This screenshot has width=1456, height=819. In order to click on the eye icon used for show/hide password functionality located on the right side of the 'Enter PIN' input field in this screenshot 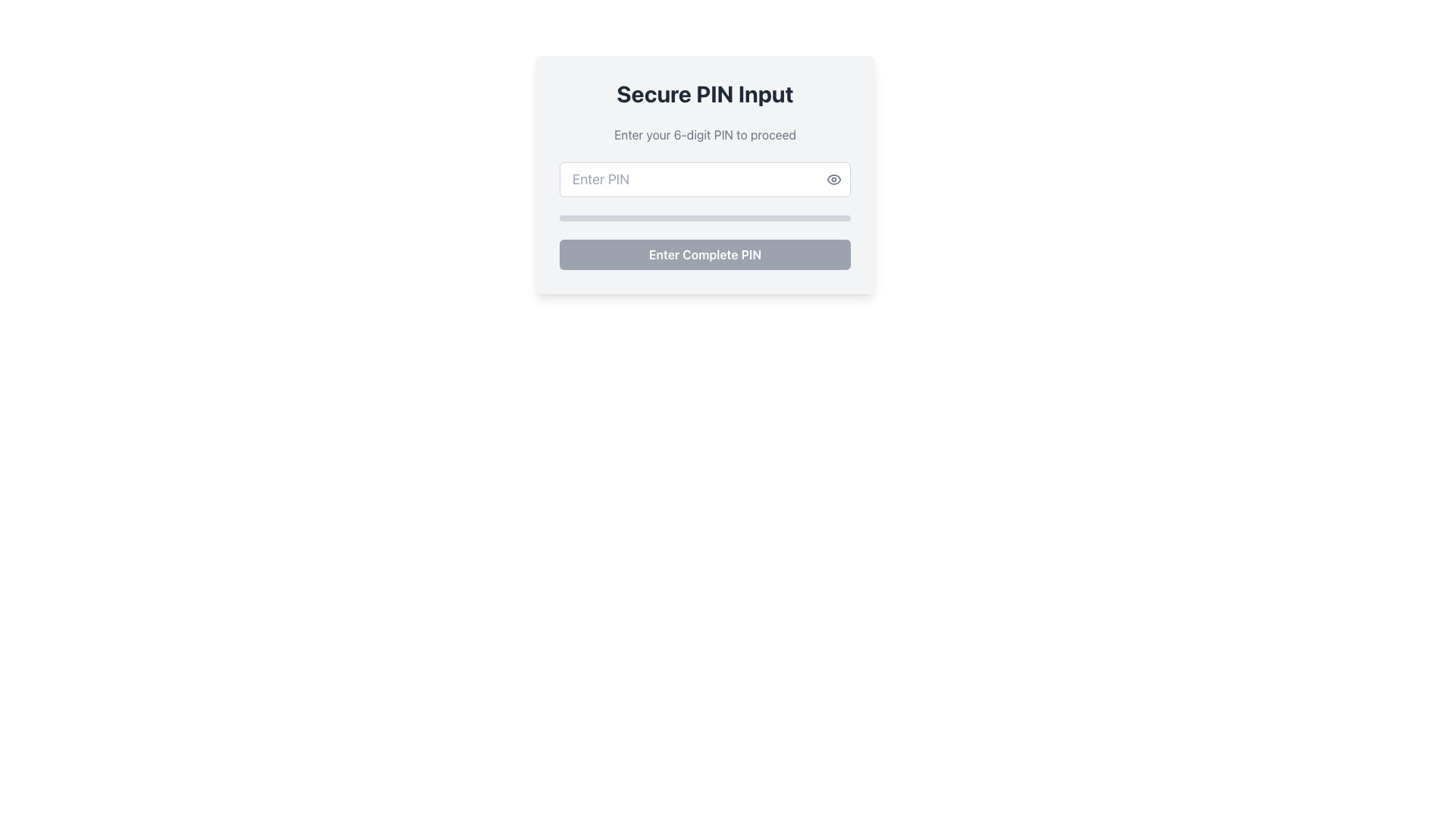, I will do `click(833, 178)`.